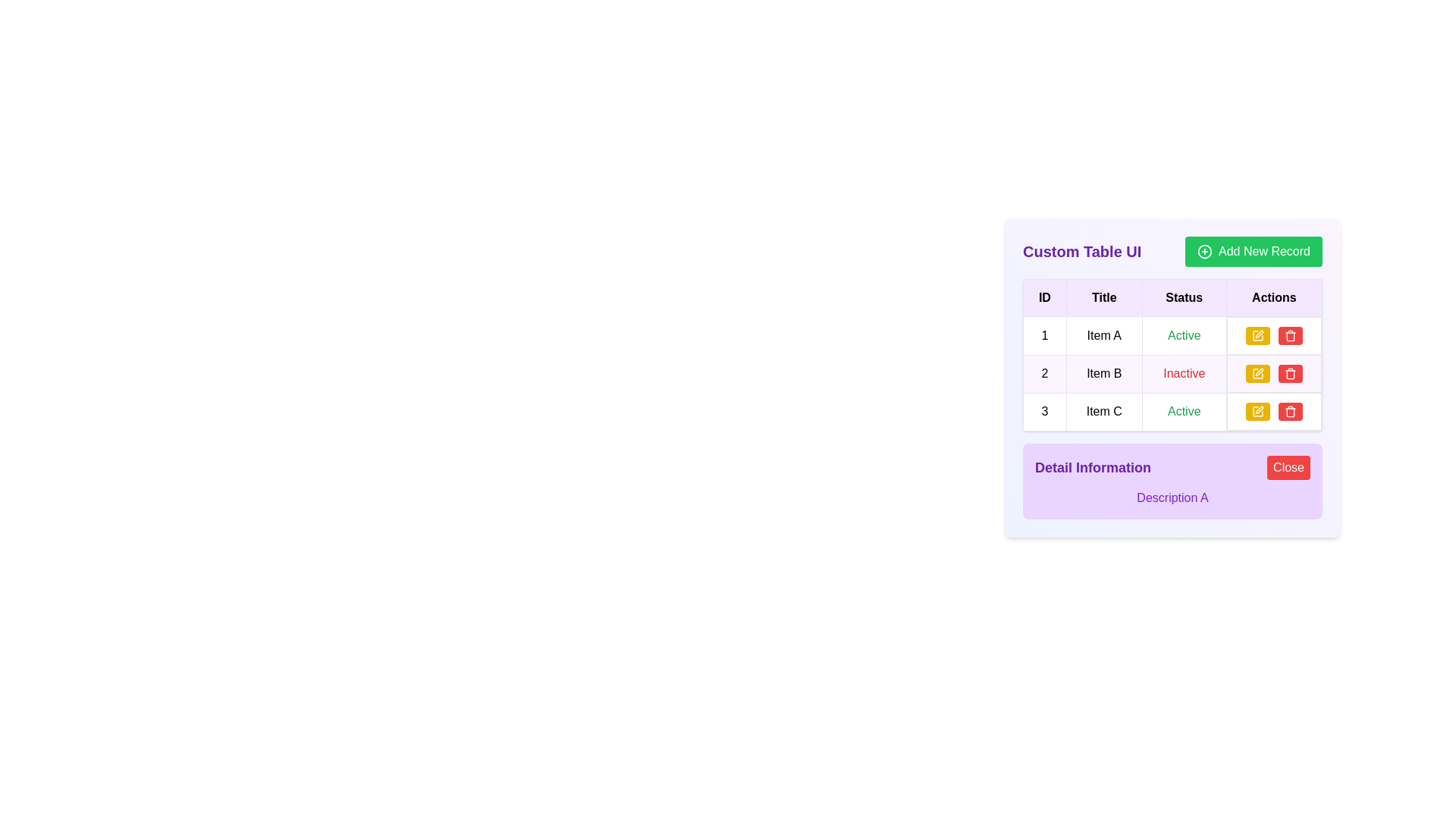 The width and height of the screenshot is (1456, 819). I want to click on the first button in the 'Actions' column of the third row in the 'Custom Table UI' to initiate editing the corresponding table row, so click(1257, 412).